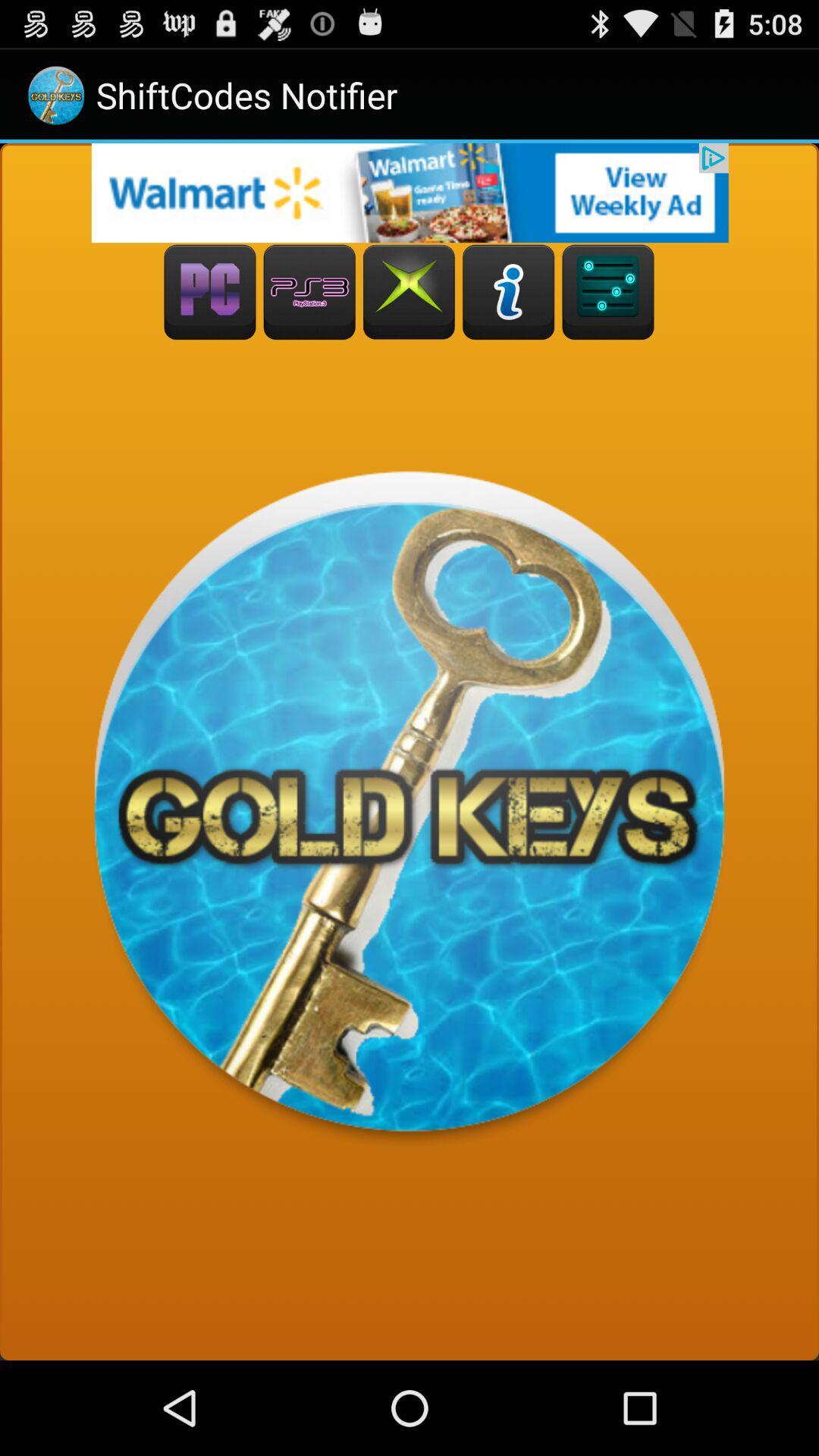 The width and height of the screenshot is (819, 1456). What do you see at coordinates (210, 292) in the screenshot?
I see `open pc games` at bounding box center [210, 292].